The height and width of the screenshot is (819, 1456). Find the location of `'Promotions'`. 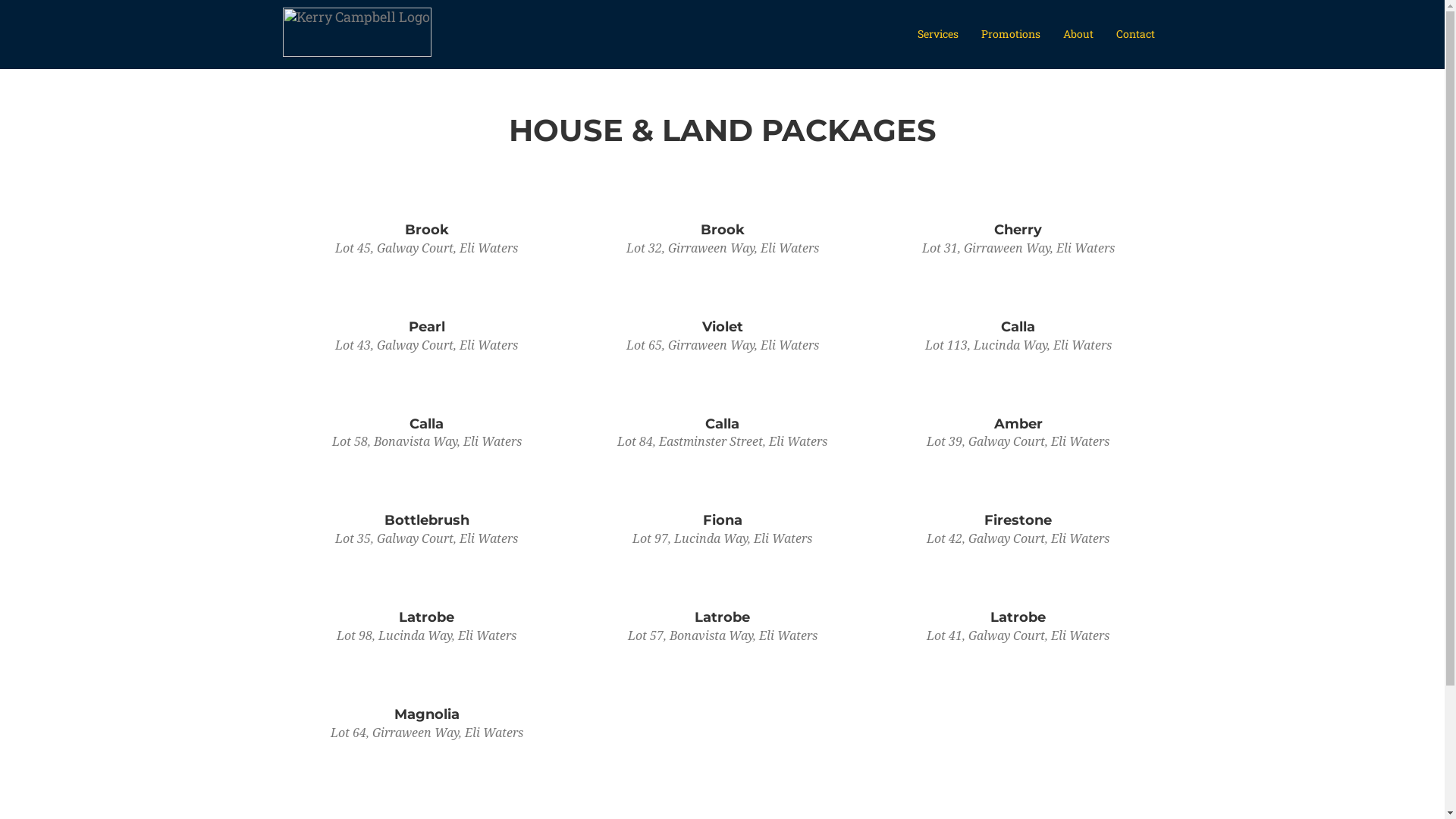

'Promotions' is located at coordinates (1010, 34).